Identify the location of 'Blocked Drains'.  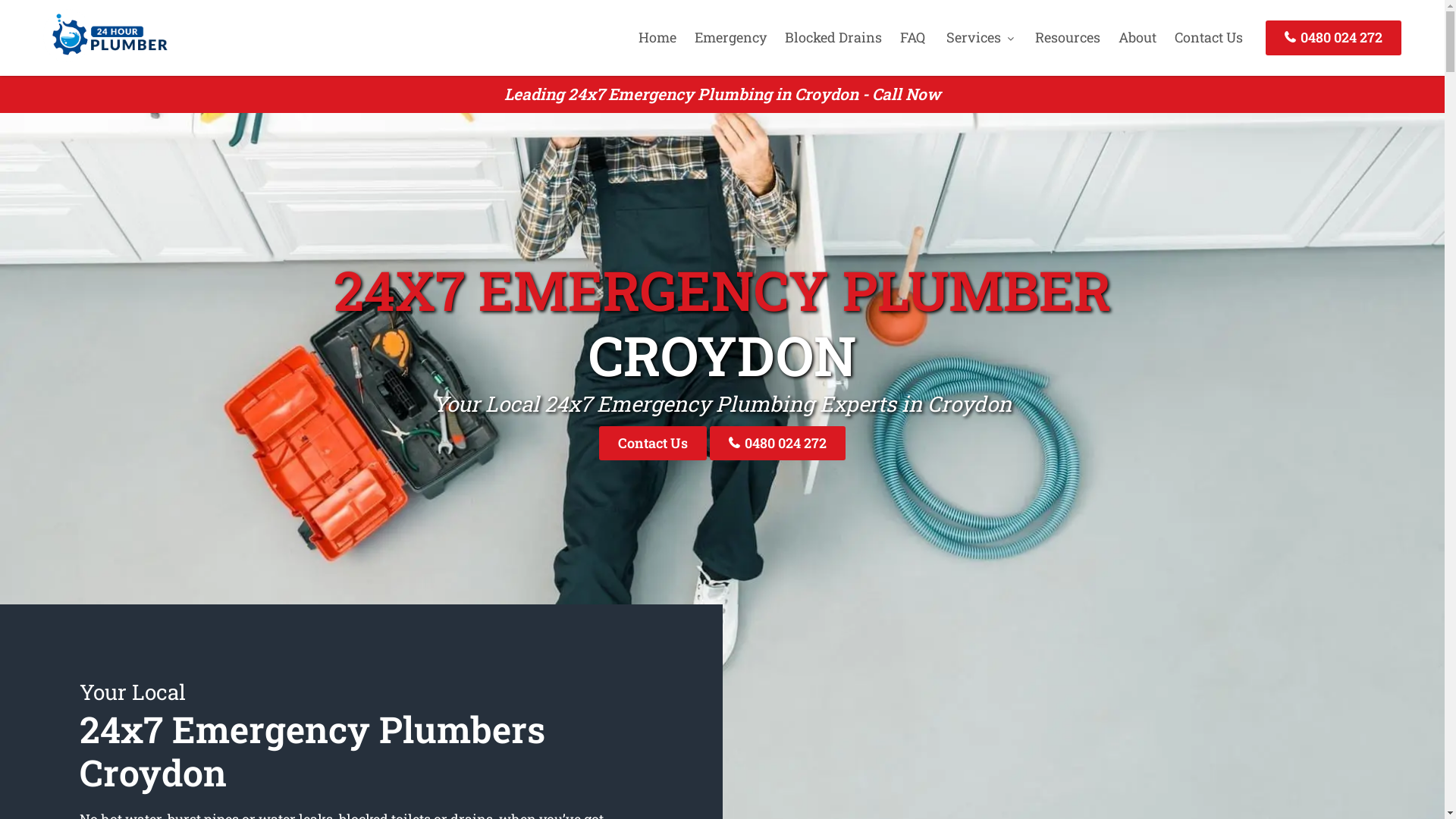
(833, 36).